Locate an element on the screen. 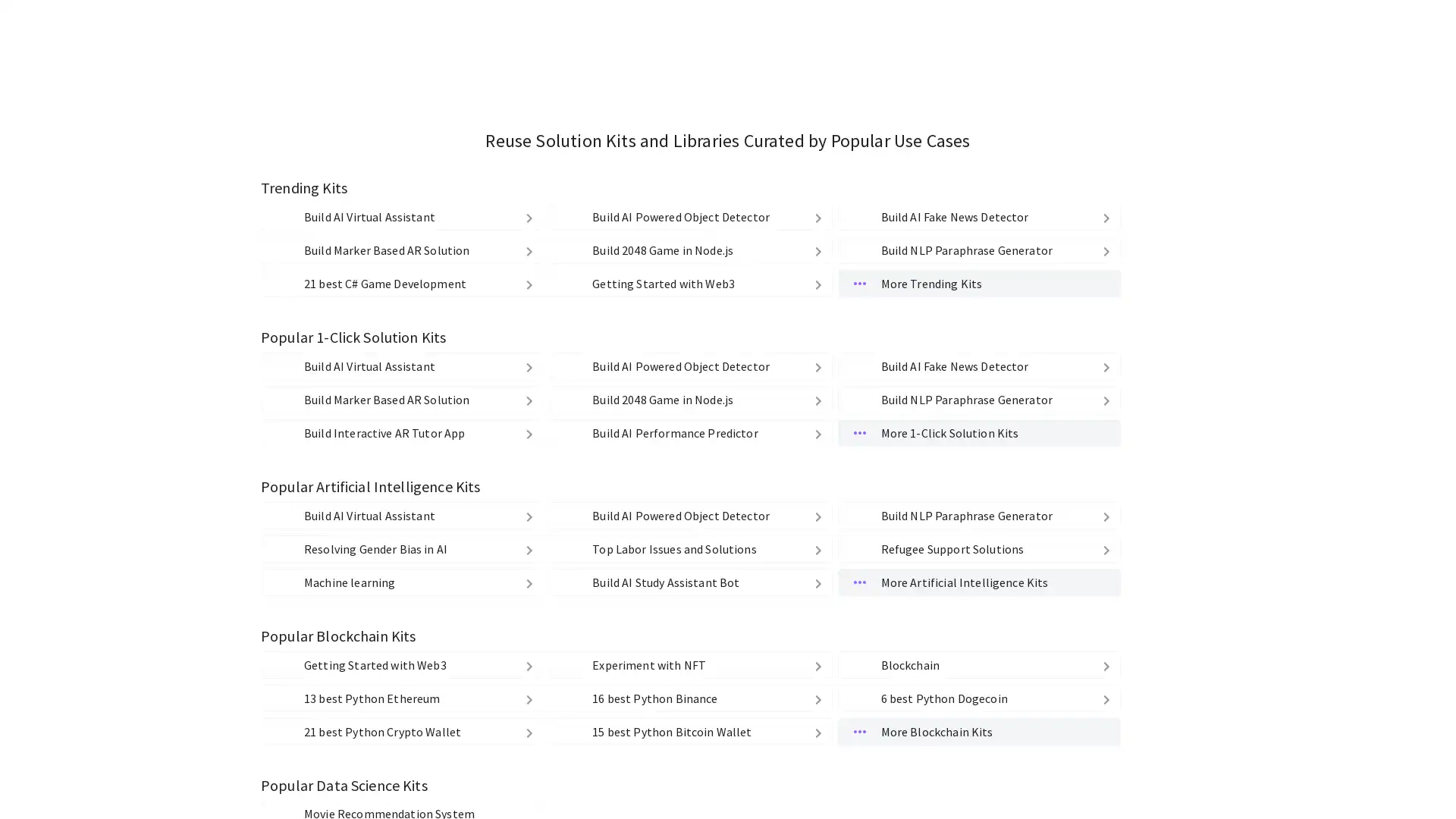  delete is located at coordinates (509, 781).